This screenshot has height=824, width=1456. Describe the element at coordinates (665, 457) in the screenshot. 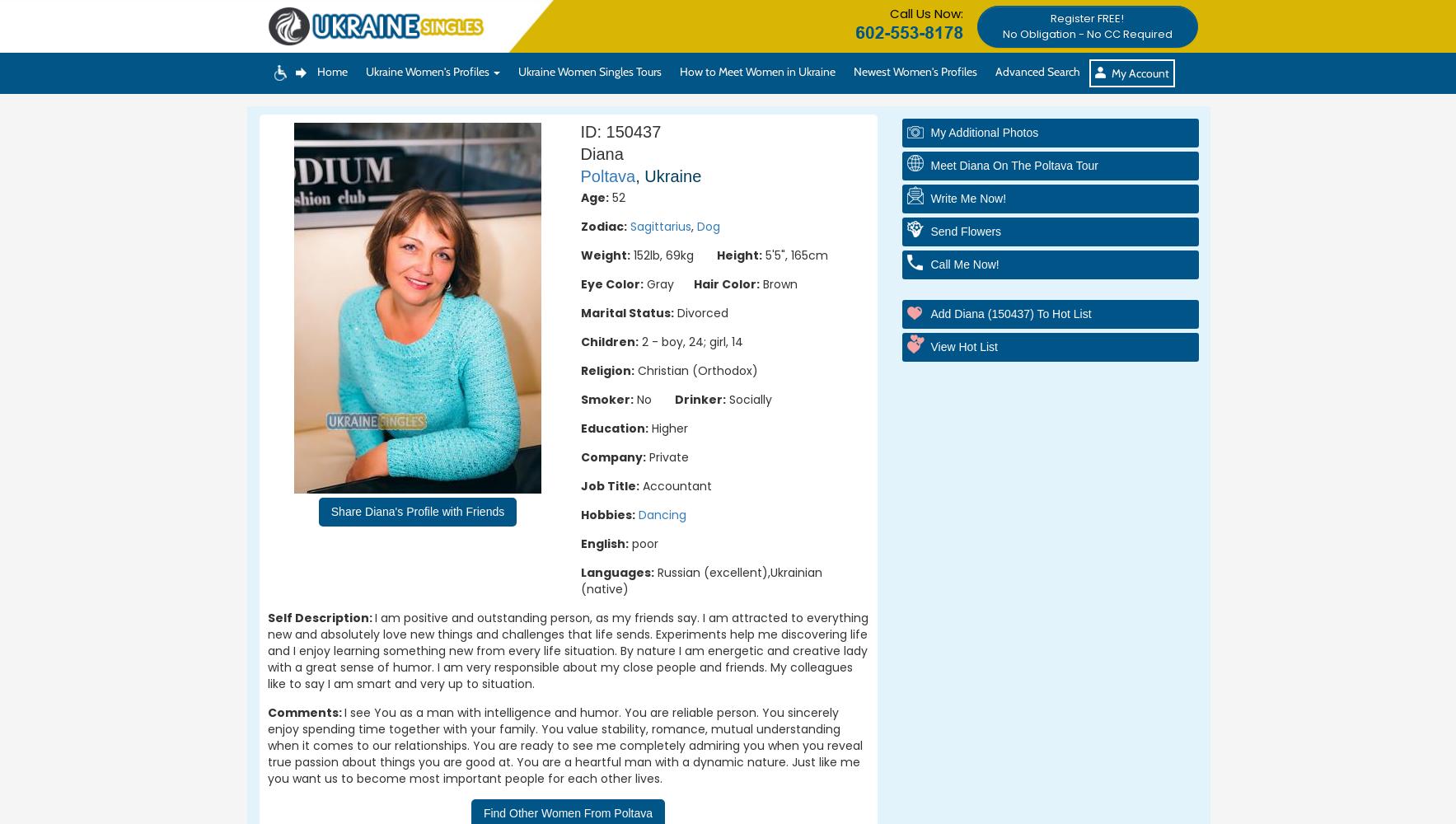

I see `'Private'` at that location.